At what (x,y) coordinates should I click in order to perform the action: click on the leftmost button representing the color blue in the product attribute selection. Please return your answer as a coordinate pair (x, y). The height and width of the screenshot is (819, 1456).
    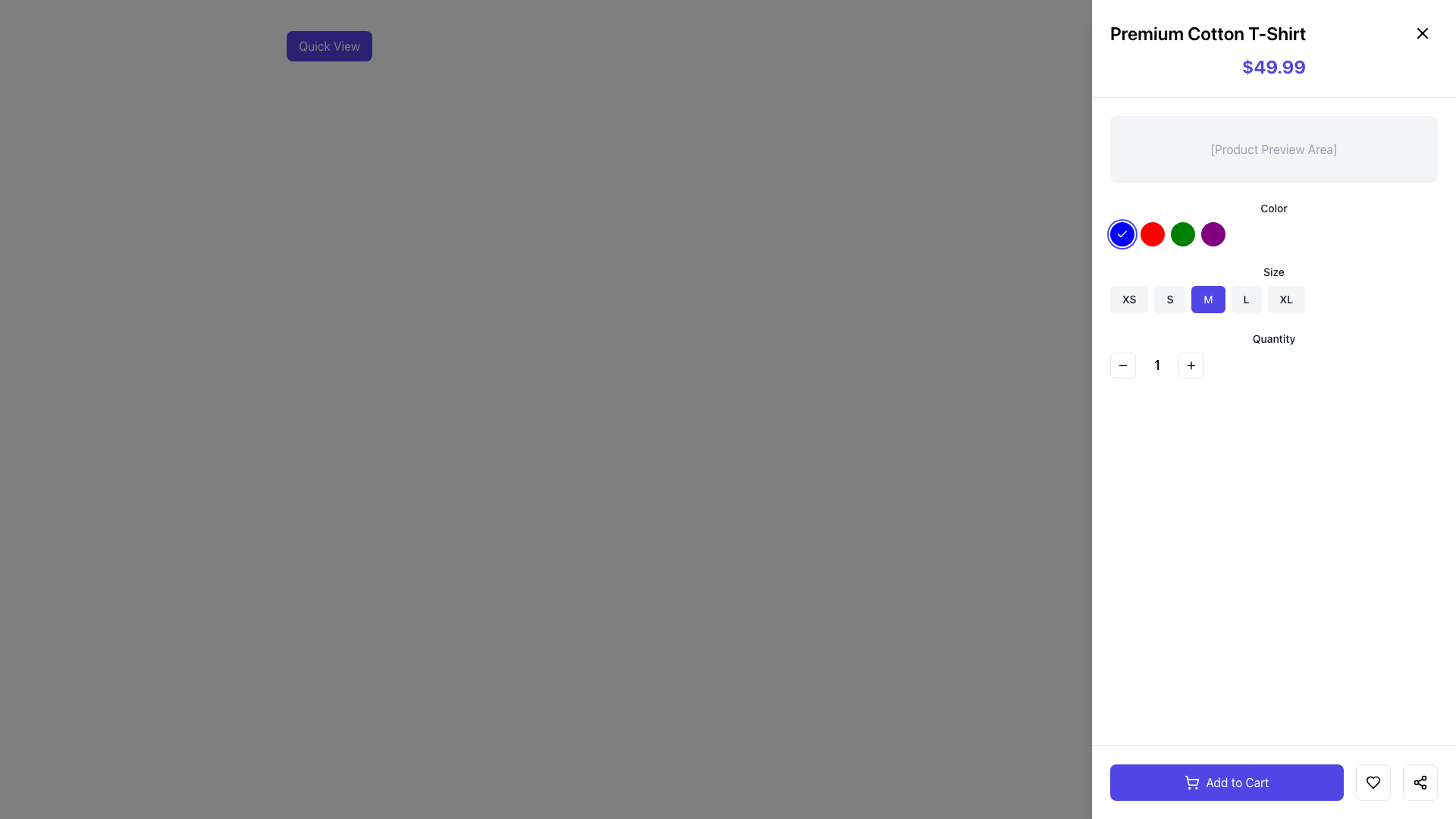
    Looking at the image, I should click on (1122, 234).